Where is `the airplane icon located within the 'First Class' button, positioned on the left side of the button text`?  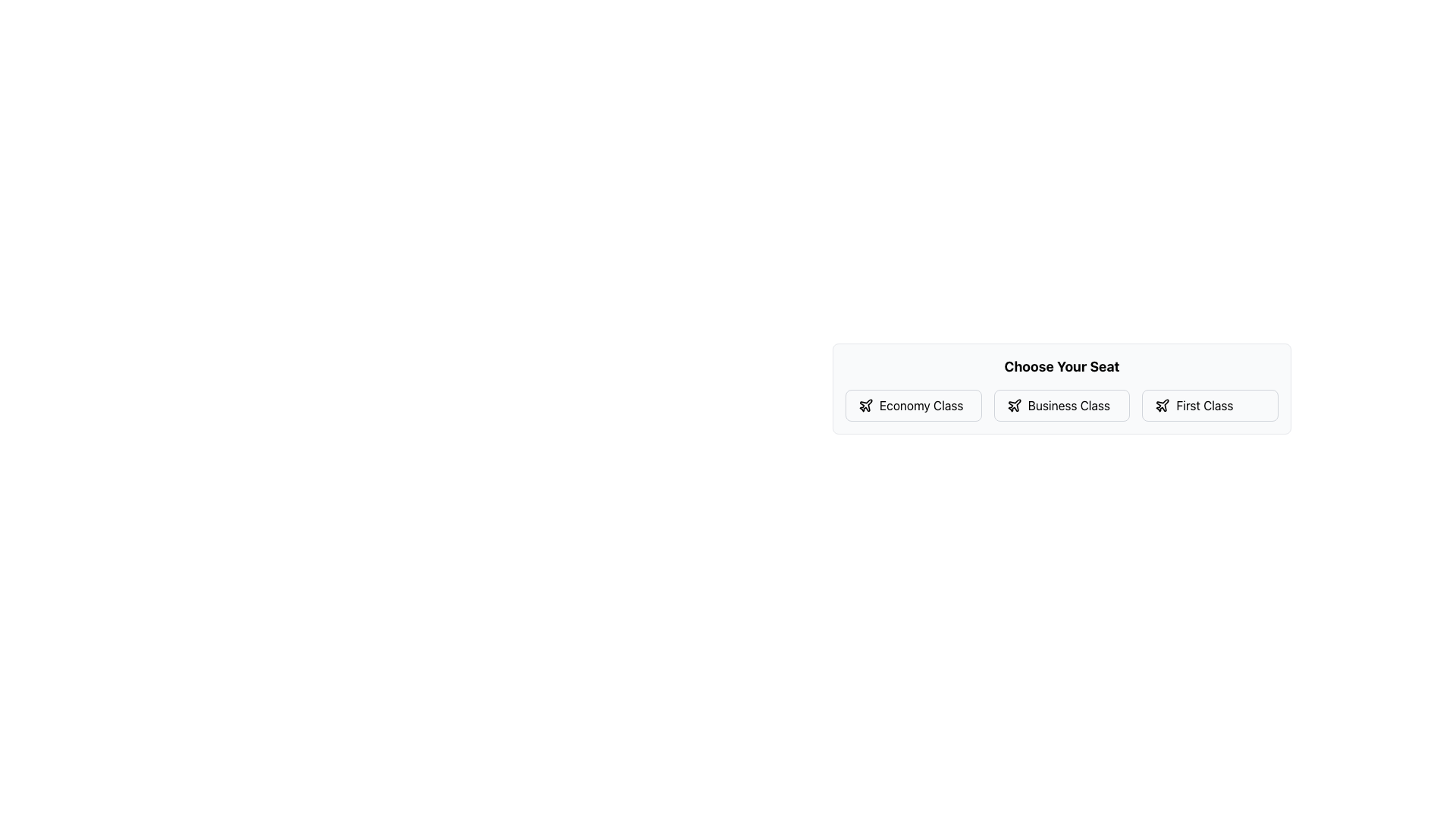
the airplane icon located within the 'First Class' button, positioned on the left side of the button text is located at coordinates (1162, 405).